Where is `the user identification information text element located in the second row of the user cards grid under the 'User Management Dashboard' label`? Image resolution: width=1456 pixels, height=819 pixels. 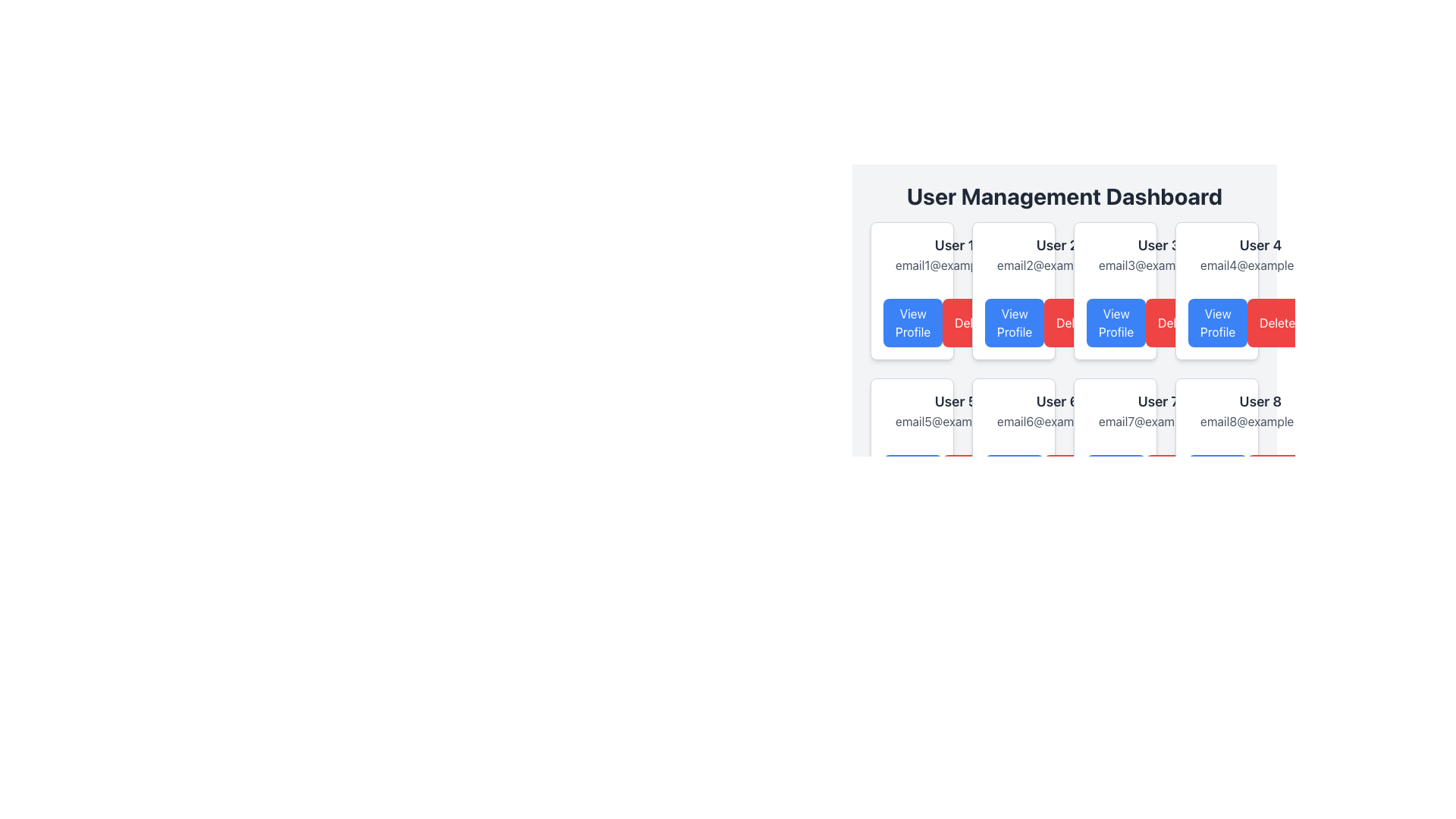
the user identification information text element located in the second row of the user cards grid under the 'User Management Dashboard' label is located at coordinates (954, 411).